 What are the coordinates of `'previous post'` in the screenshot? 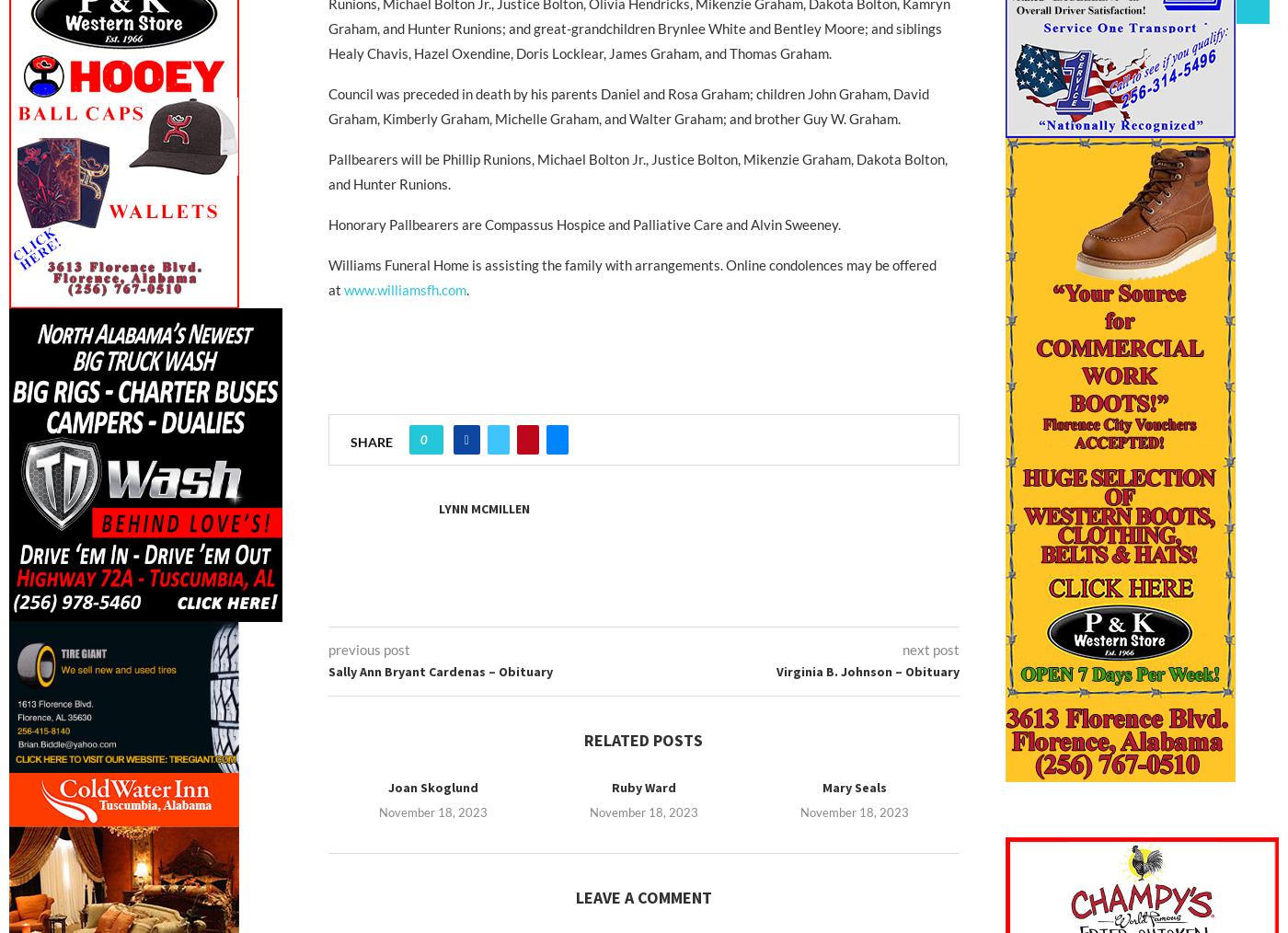 It's located at (328, 649).